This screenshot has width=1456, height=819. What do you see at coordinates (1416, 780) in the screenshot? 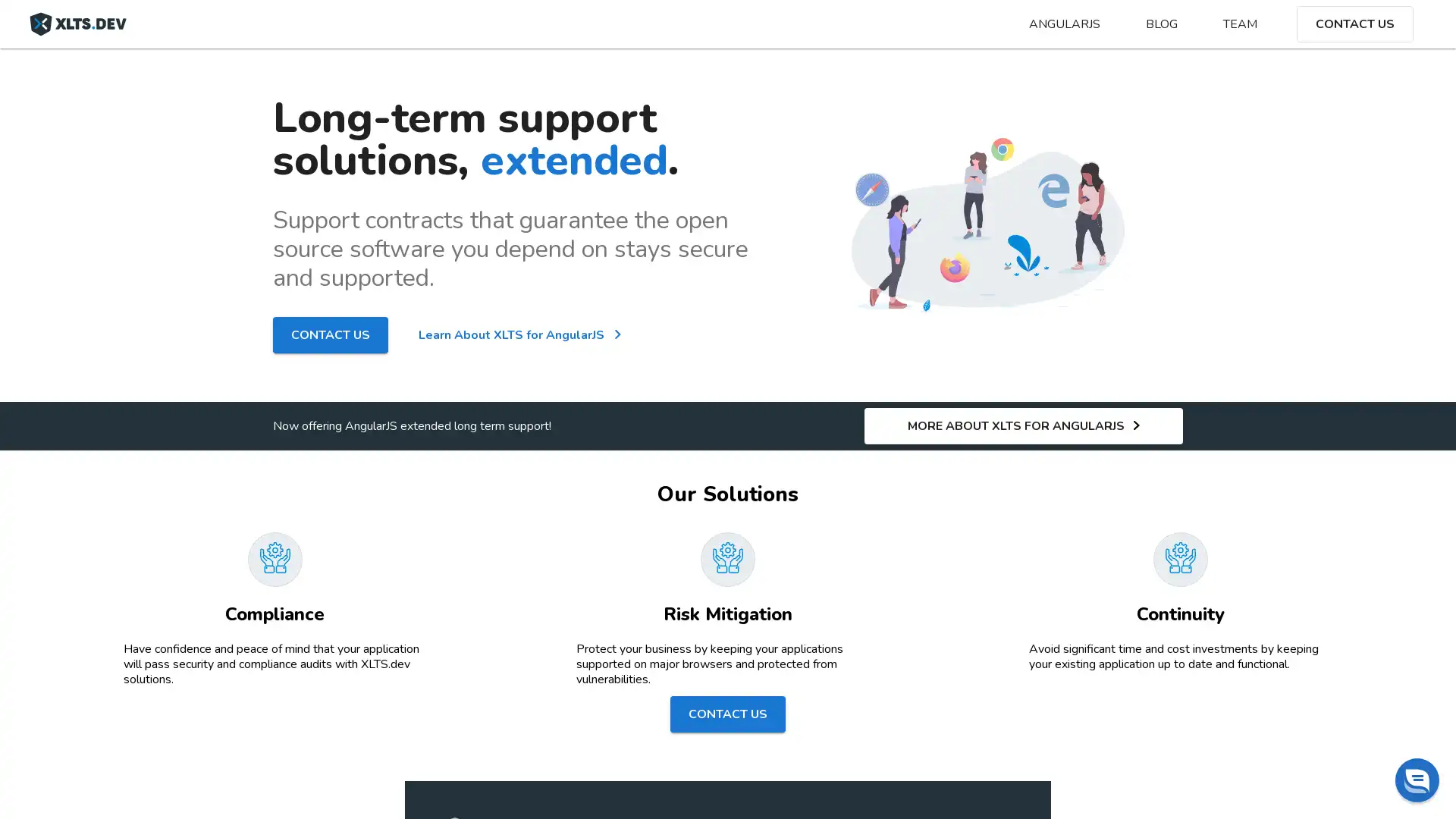
I see `Chat widget toggle` at bounding box center [1416, 780].